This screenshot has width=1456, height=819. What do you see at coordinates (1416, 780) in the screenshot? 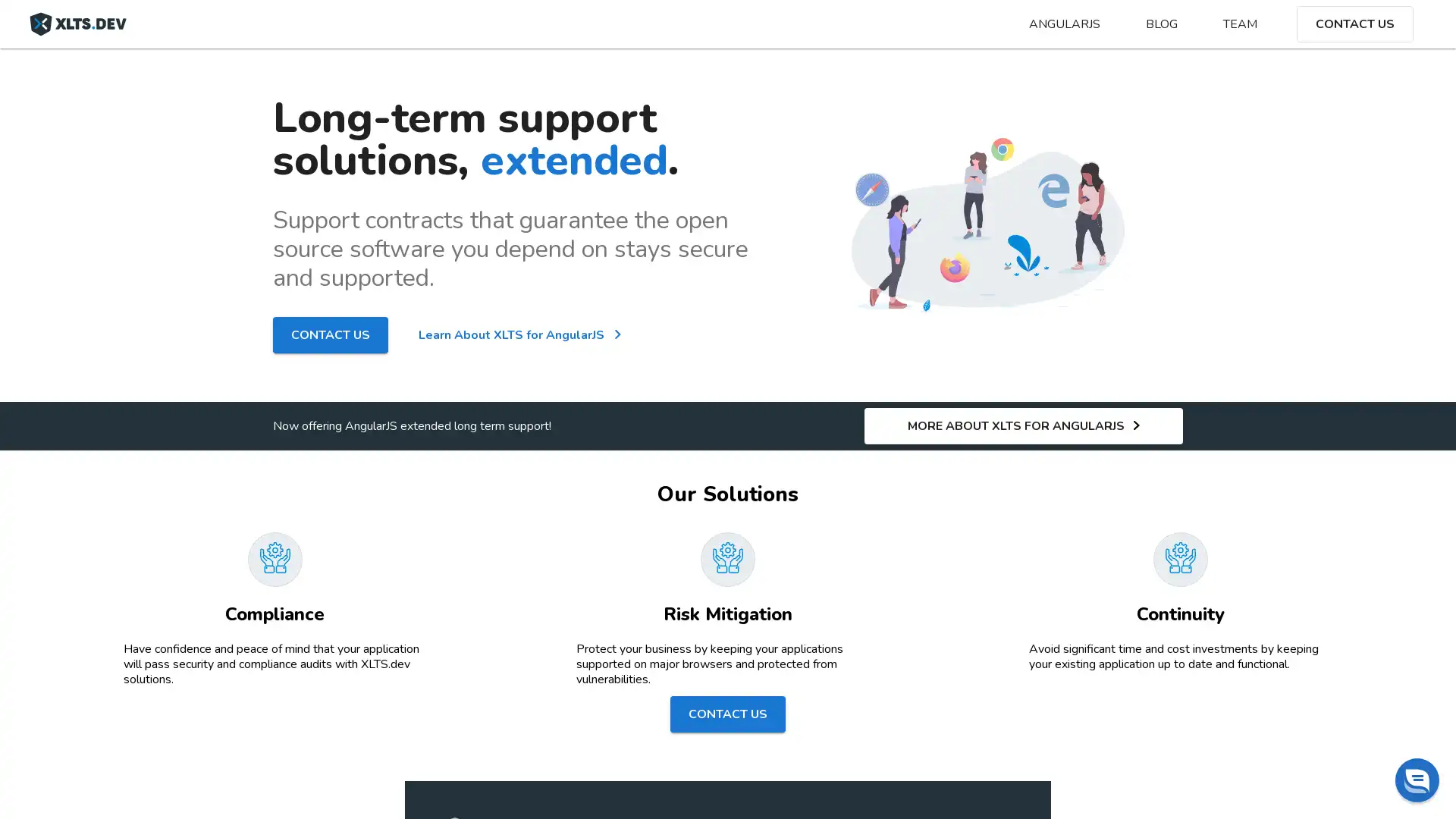
I see `Chat widget toggle` at bounding box center [1416, 780].